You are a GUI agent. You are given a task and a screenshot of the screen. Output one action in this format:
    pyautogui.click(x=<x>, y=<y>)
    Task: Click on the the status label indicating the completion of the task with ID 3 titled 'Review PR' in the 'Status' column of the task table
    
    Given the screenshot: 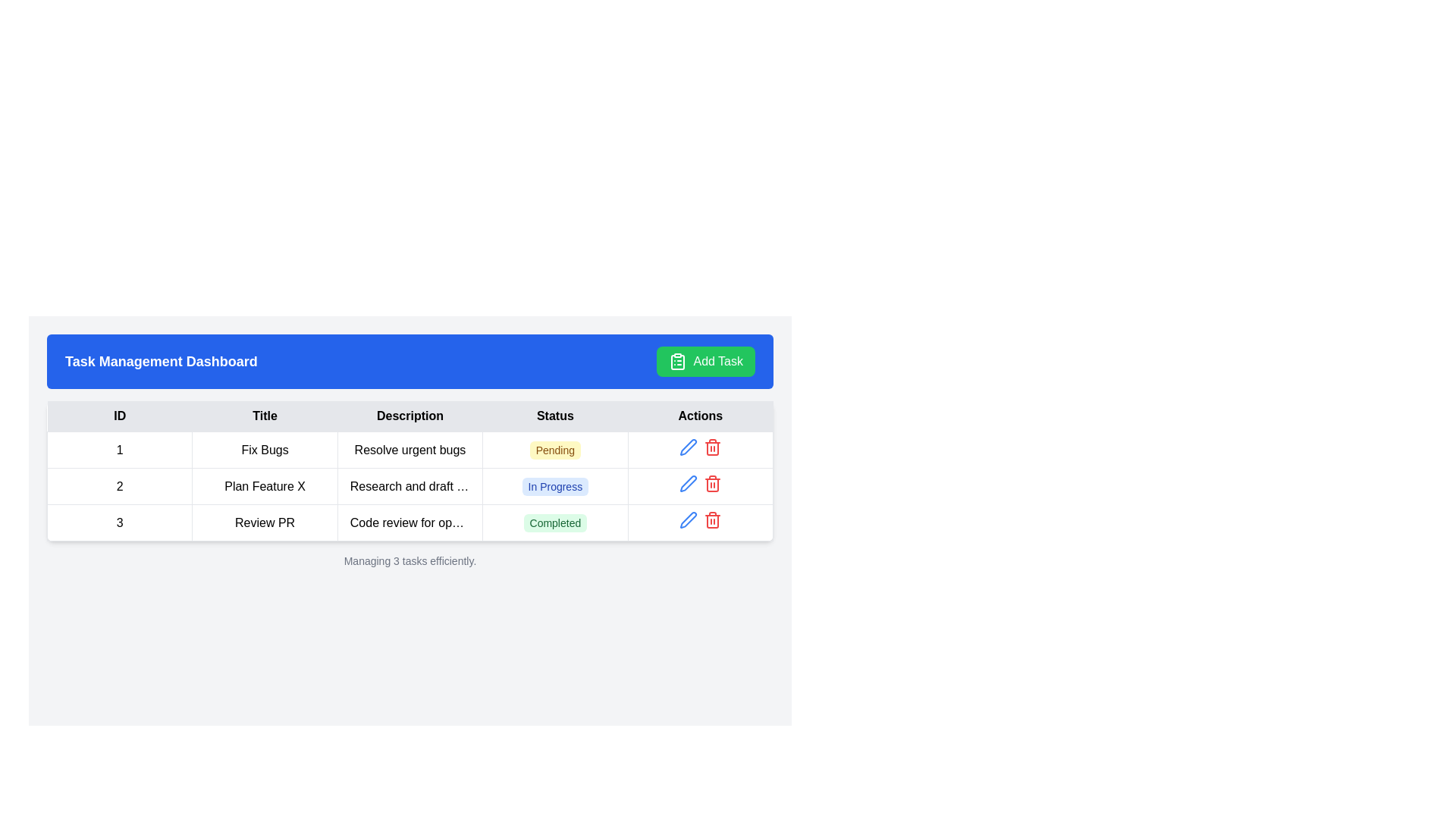 What is the action you would take?
    pyautogui.click(x=554, y=522)
    